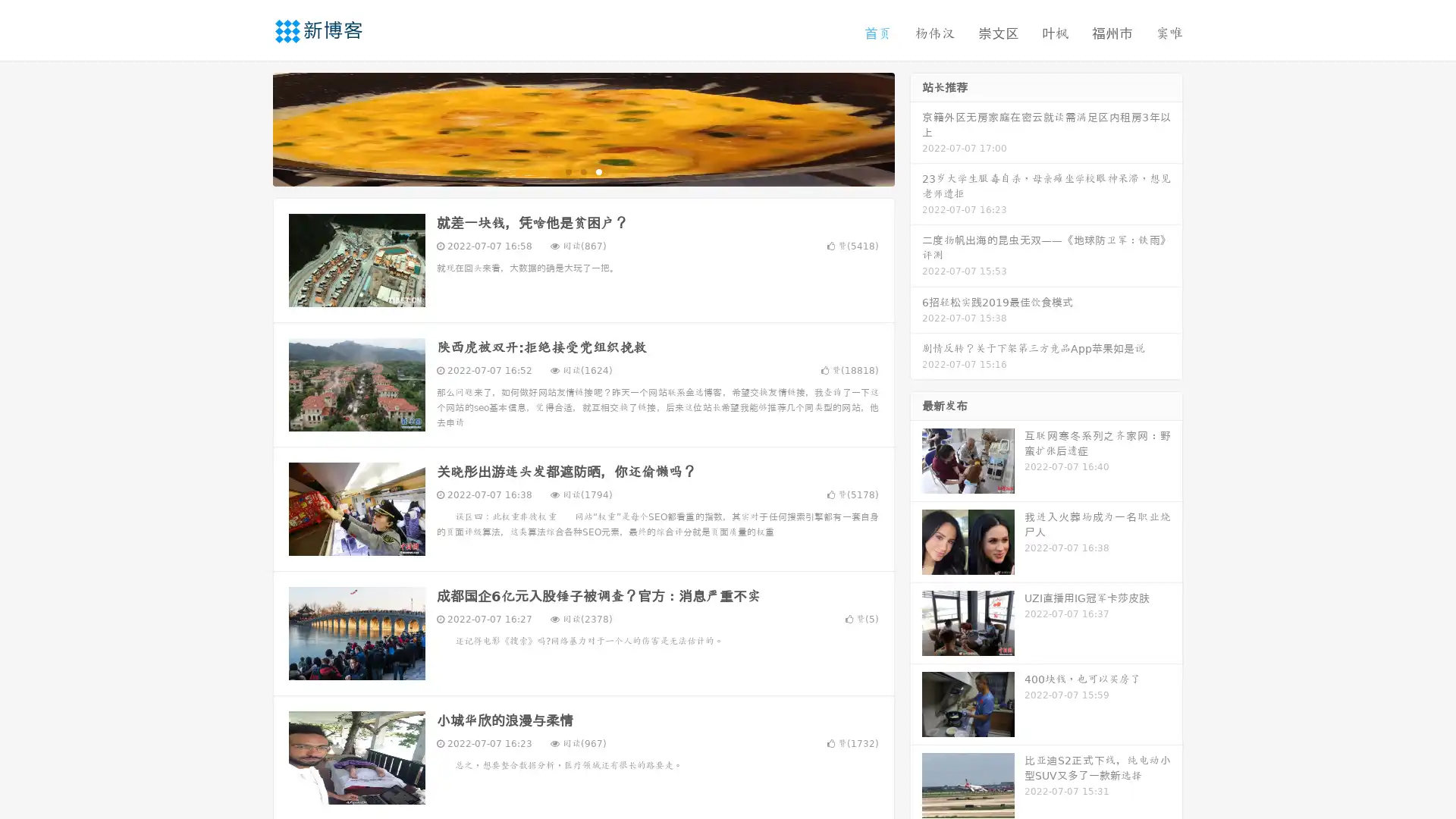 Image resolution: width=1456 pixels, height=819 pixels. What do you see at coordinates (916, 127) in the screenshot?
I see `Next slide` at bounding box center [916, 127].